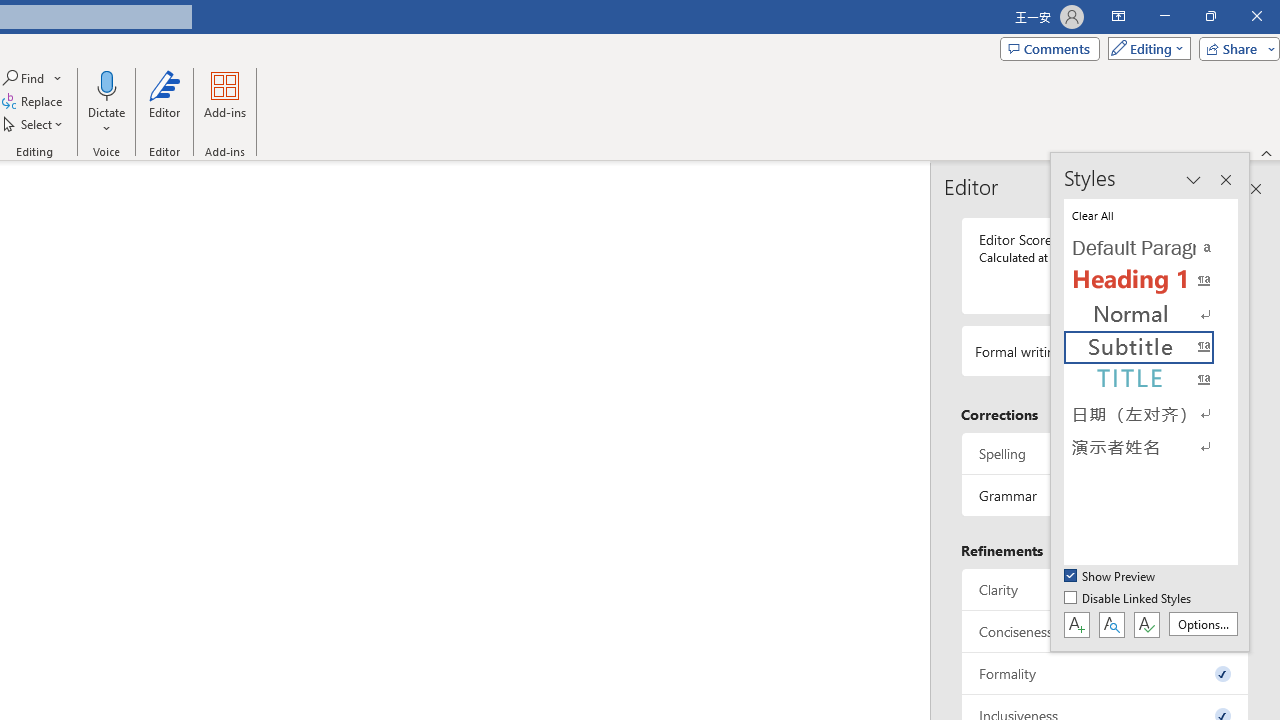 This screenshot has width=1280, height=720. Describe the element at coordinates (1150, 314) in the screenshot. I see `'Normal'` at that location.